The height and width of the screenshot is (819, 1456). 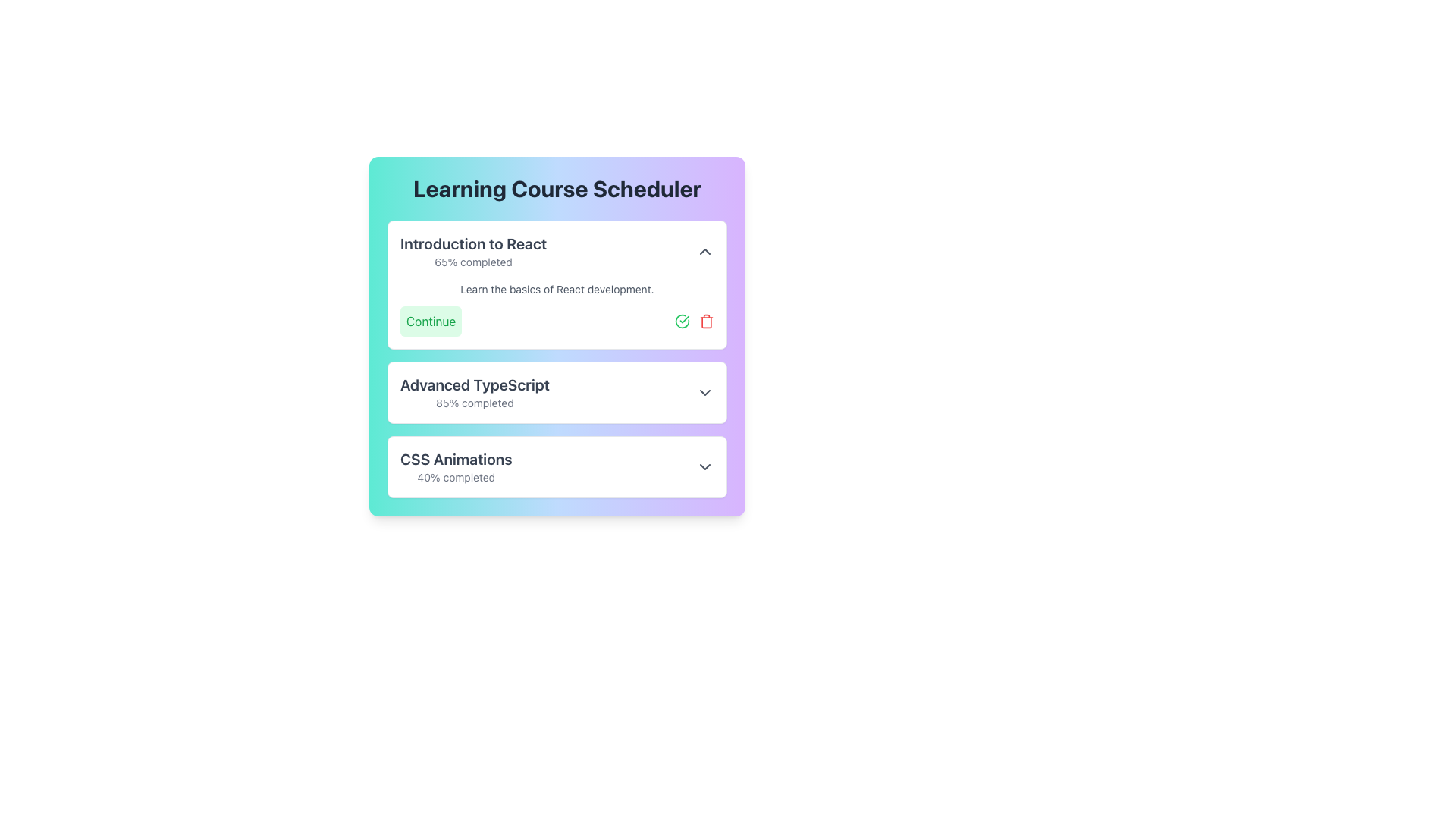 What do you see at coordinates (556, 391) in the screenshot?
I see `the arrow on the second Course Entry Card in the 'Learning Course Scheduler' section` at bounding box center [556, 391].